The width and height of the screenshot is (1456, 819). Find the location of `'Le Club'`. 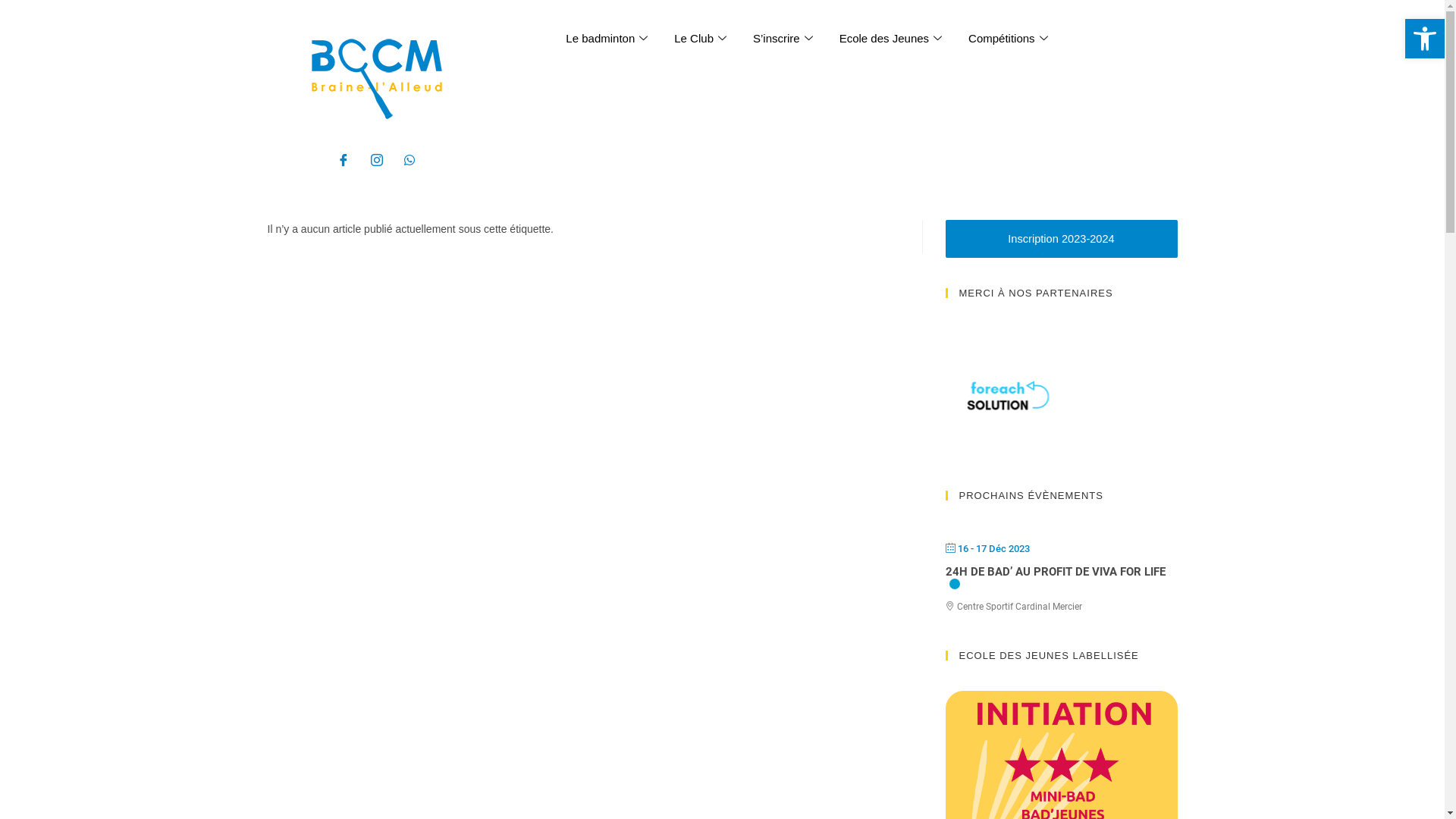

'Le Club' is located at coordinates (662, 37).